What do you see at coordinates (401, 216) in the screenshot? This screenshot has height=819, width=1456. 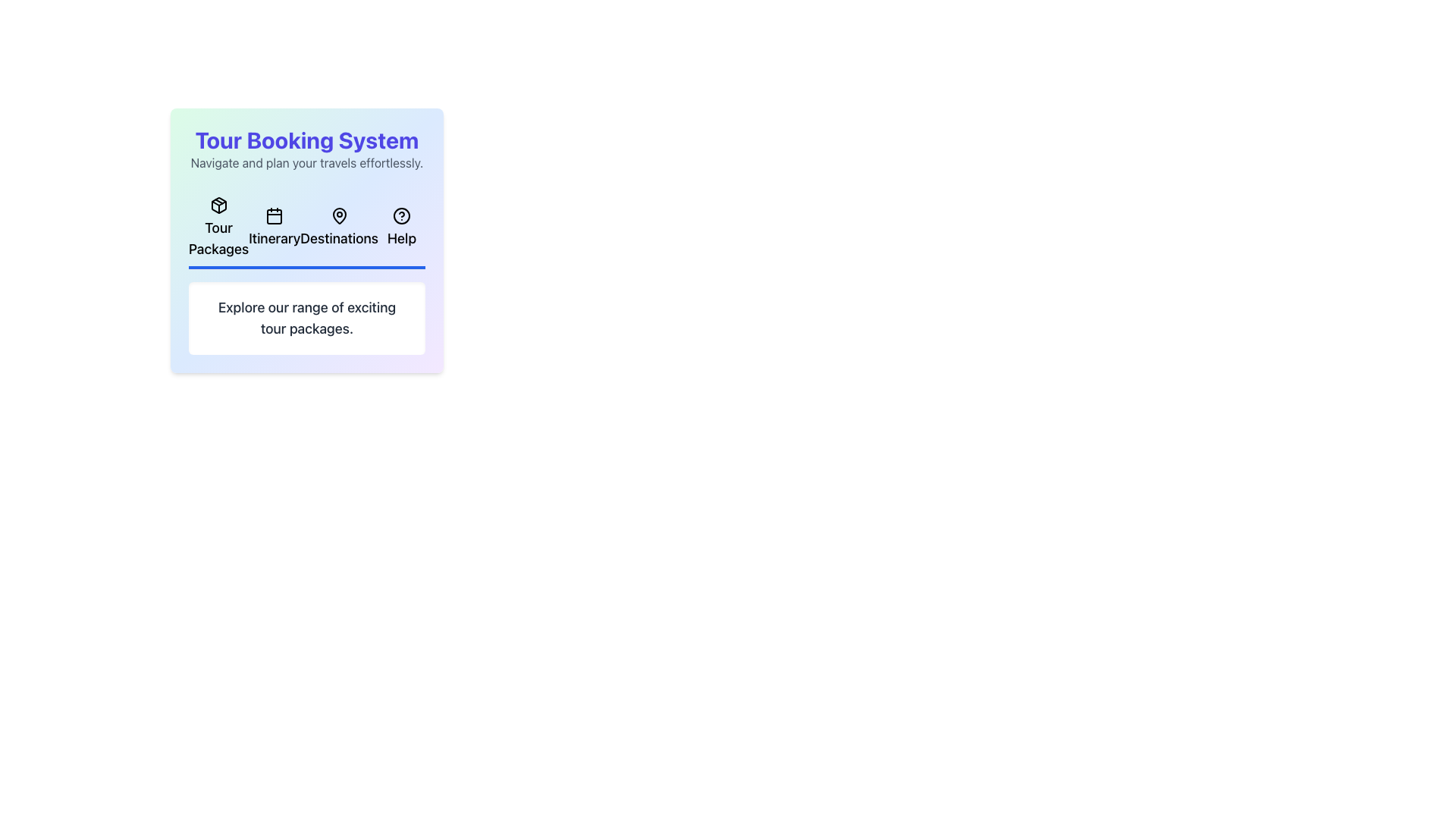 I see `the circular help icon featuring a question mark, located in the top section of the interface to the far-right, above the Help label` at bounding box center [401, 216].